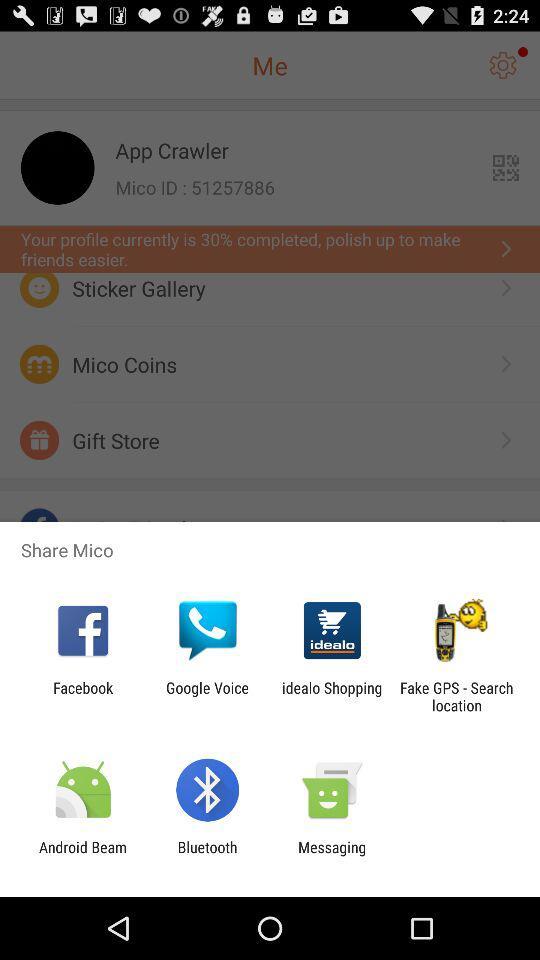 The height and width of the screenshot is (960, 540). I want to click on item next to the google voice icon, so click(82, 696).